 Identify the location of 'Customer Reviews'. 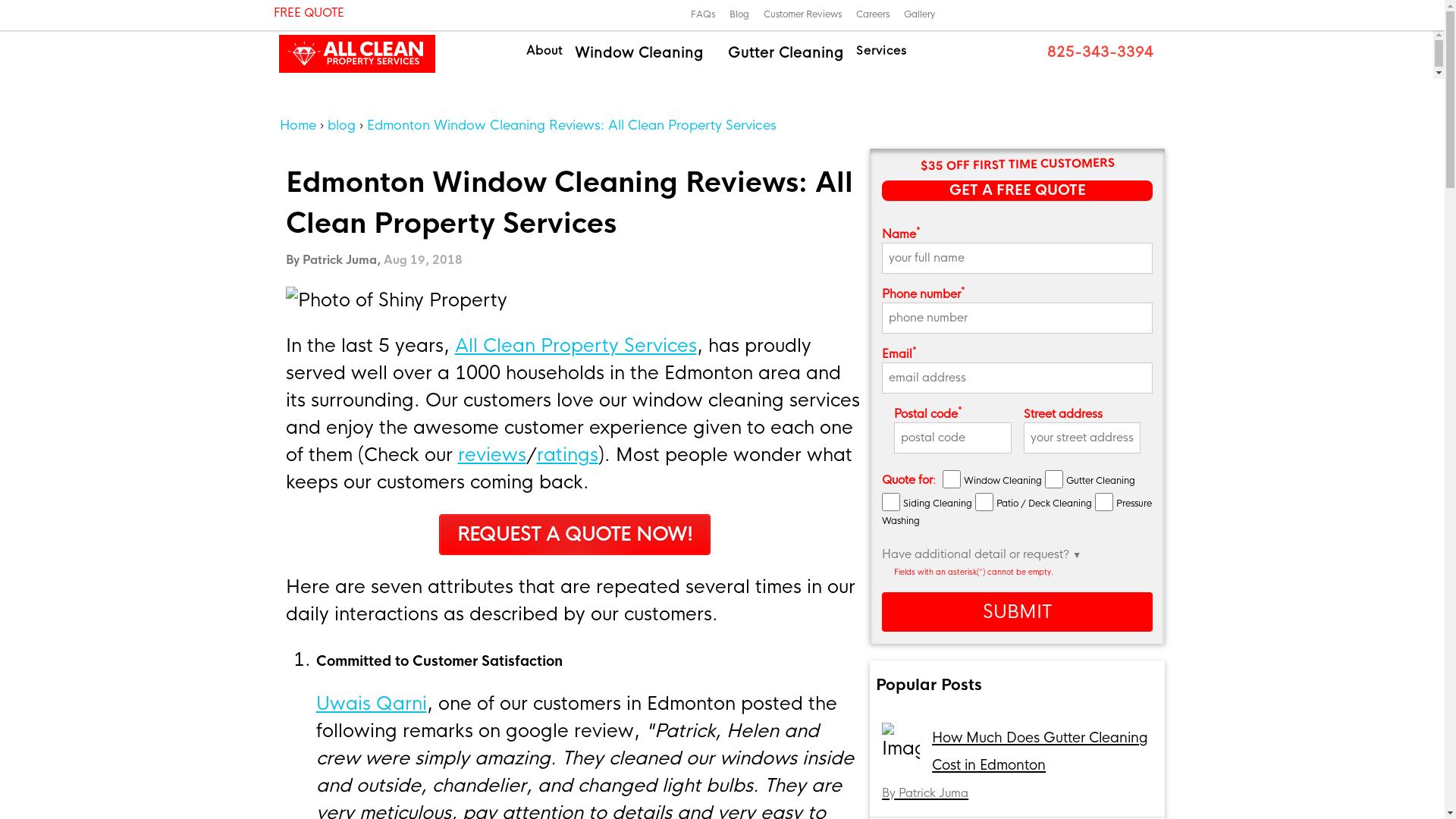
(802, 14).